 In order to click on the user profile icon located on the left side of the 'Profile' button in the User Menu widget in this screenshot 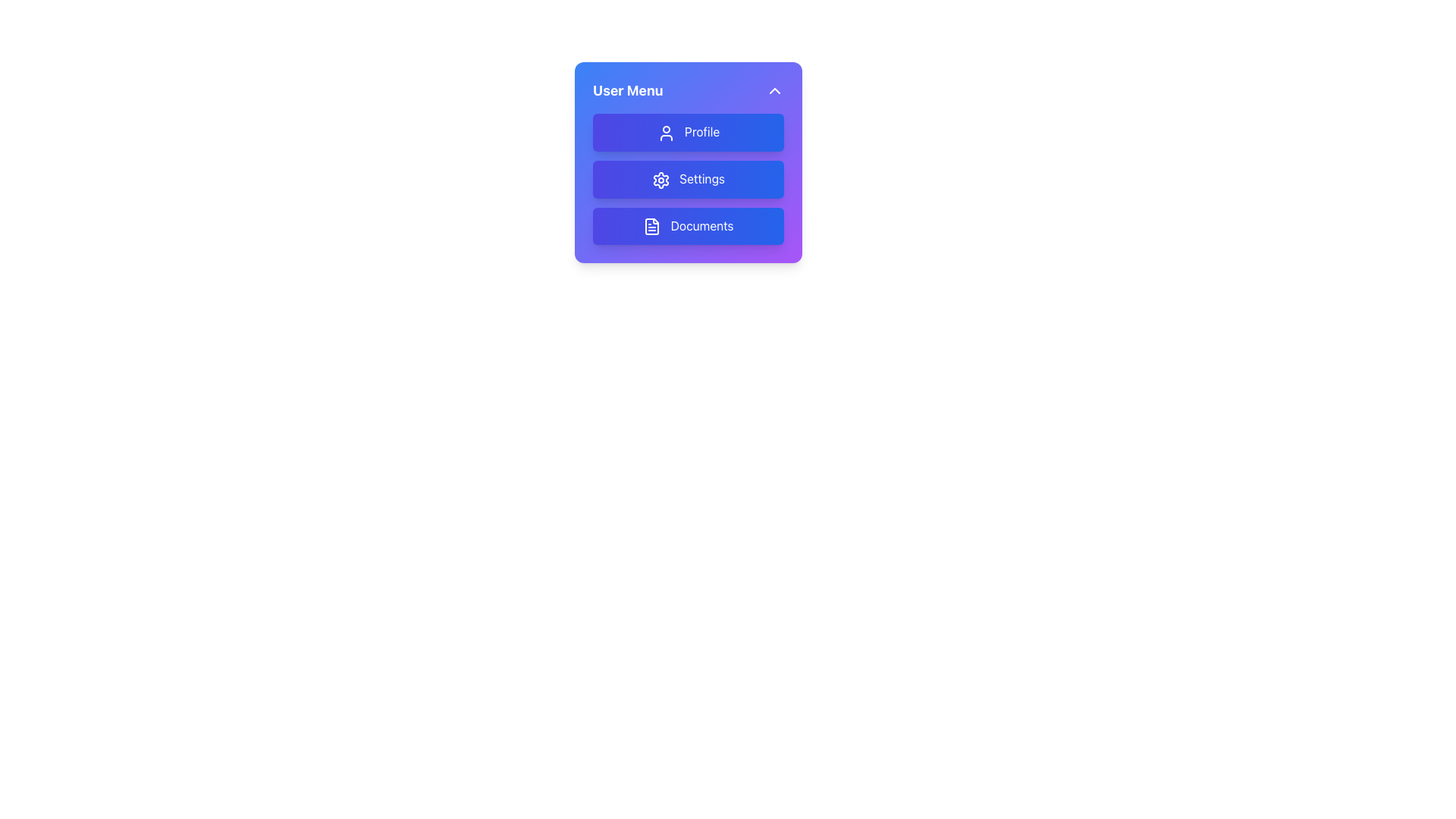, I will do `click(666, 132)`.